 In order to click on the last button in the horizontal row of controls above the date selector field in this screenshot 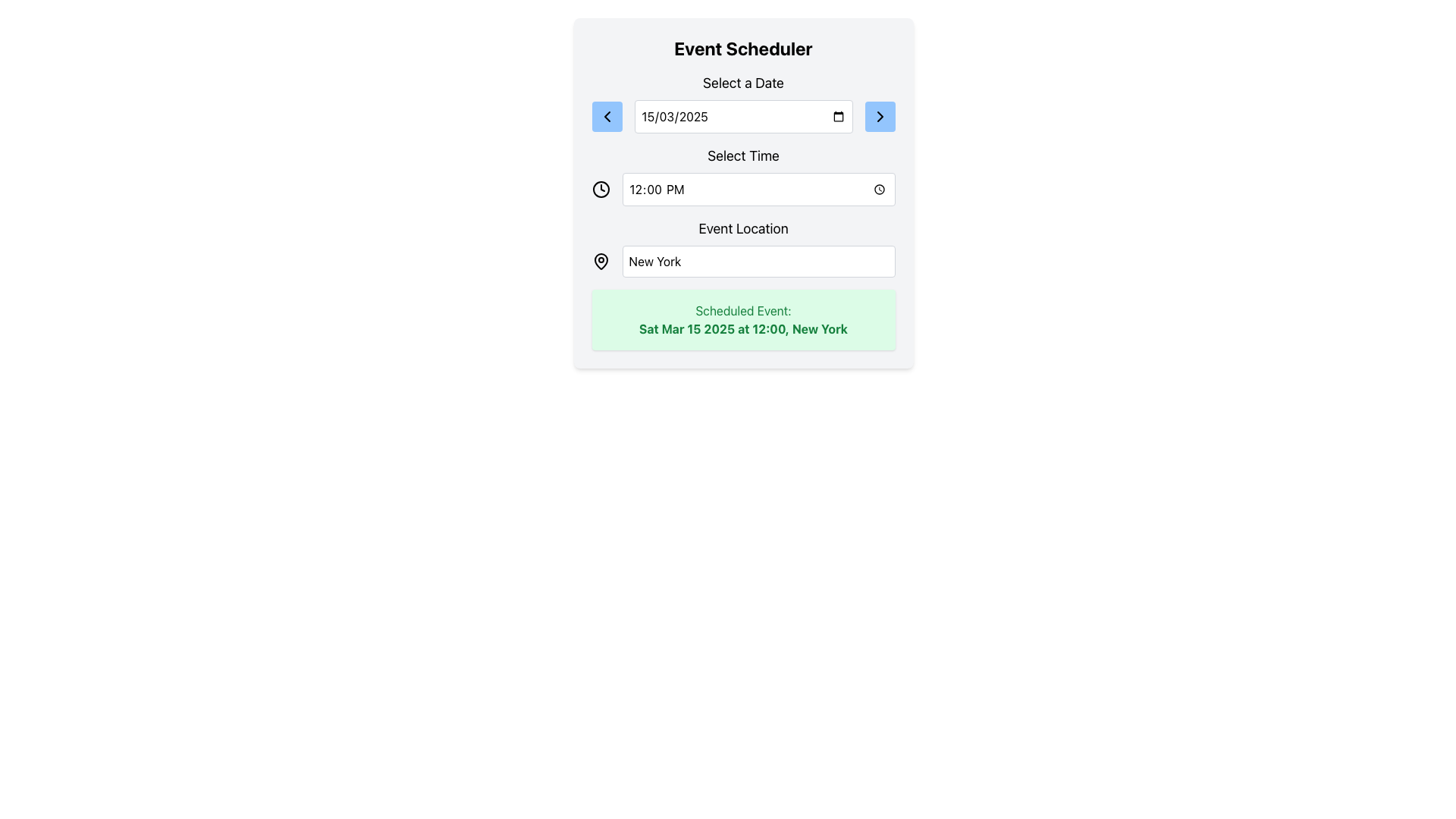, I will do `click(880, 116)`.